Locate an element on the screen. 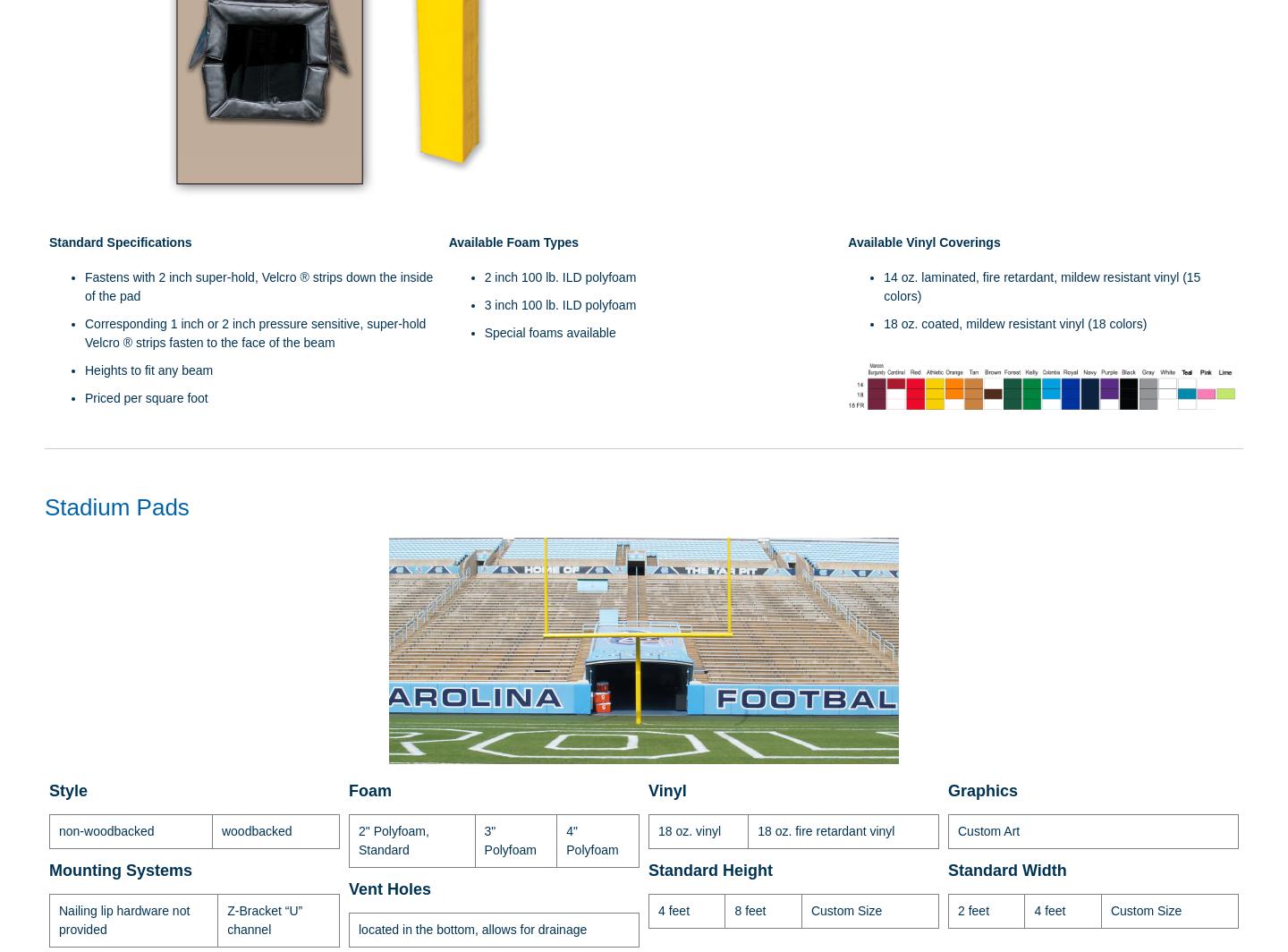 The image size is (1288, 952). 'Style' is located at coordinates (68, 790).